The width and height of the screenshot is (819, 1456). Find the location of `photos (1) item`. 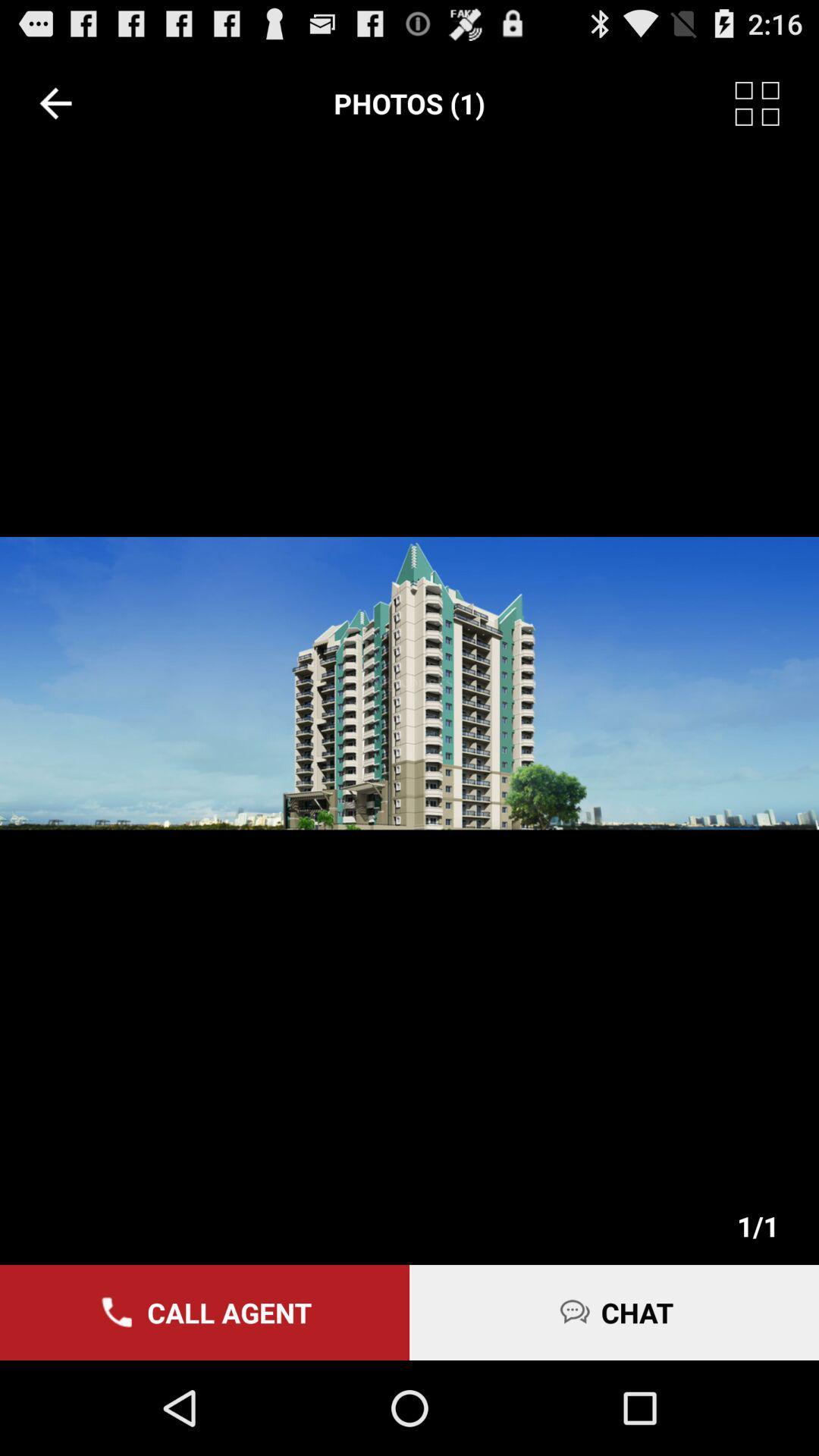

photos (1) item is located at coordinates (409, 102).